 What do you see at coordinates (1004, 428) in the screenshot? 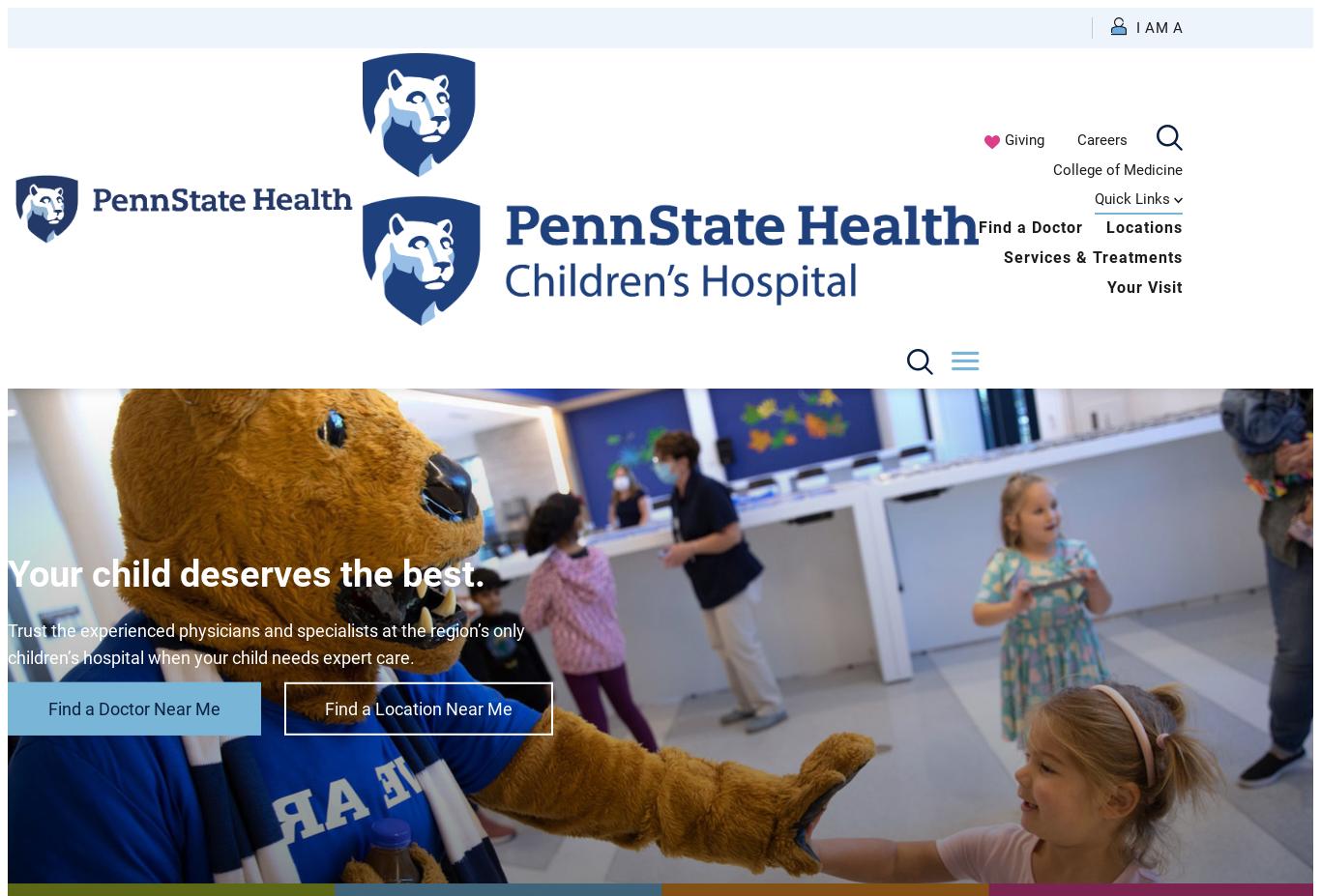
I see `'Give to Penn State'` at bounding box center [1004, 428].